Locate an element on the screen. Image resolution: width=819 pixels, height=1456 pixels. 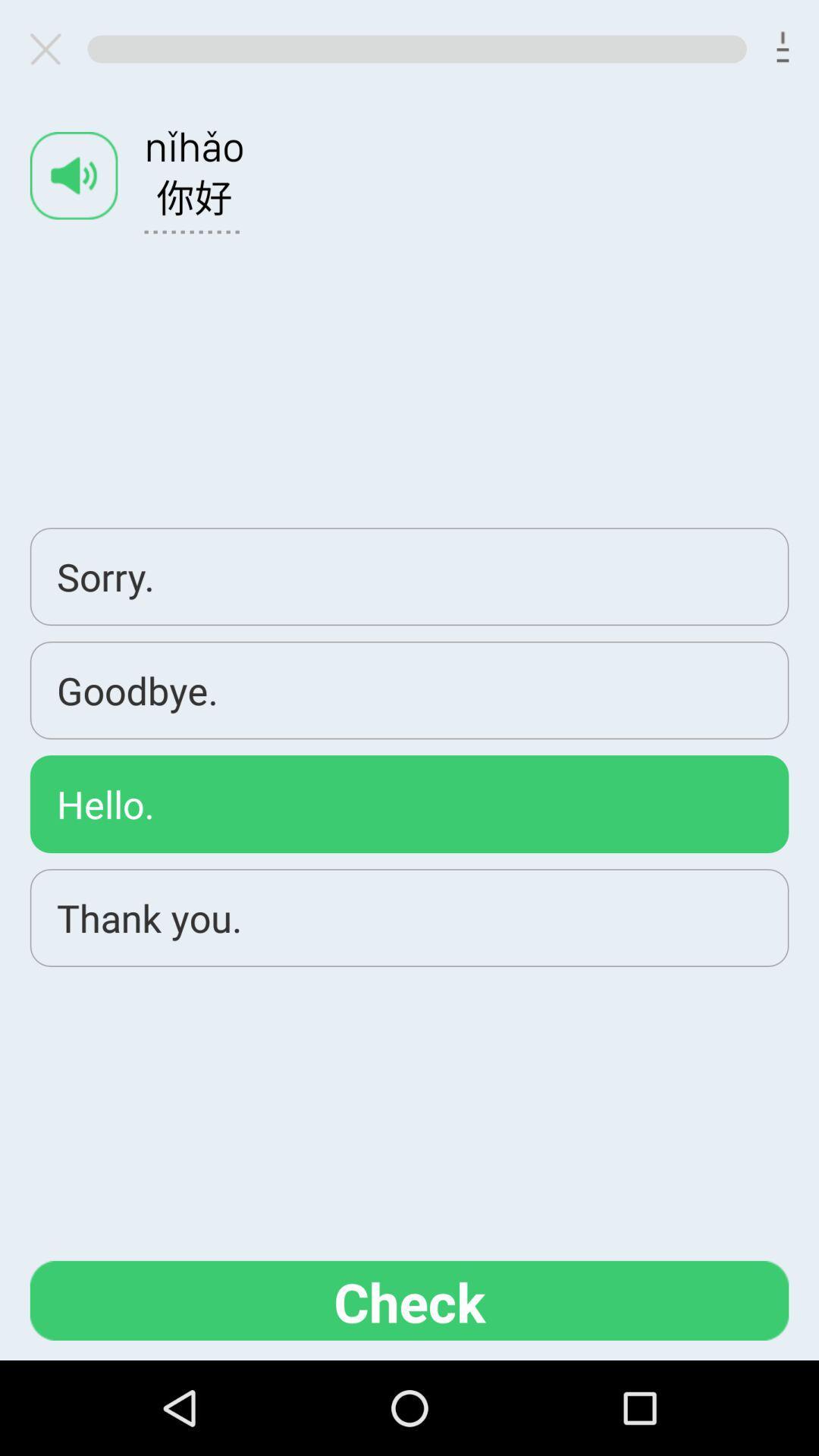
speak is located at coordinates (74, 175).